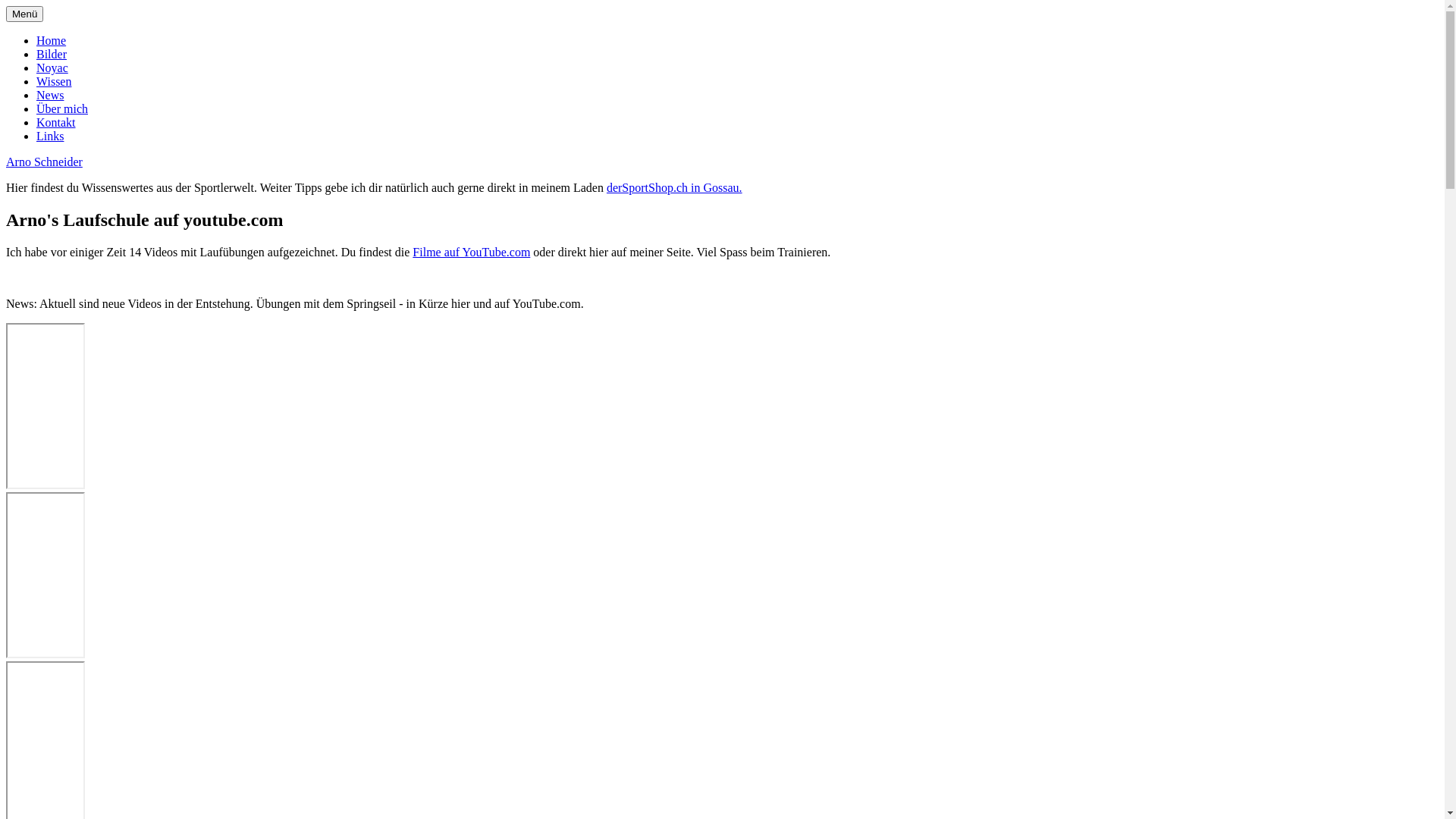 The image size is (1456, 819). Describe the element at coordinates (50, 95) in the screenshot. I see `'News'` at that location.